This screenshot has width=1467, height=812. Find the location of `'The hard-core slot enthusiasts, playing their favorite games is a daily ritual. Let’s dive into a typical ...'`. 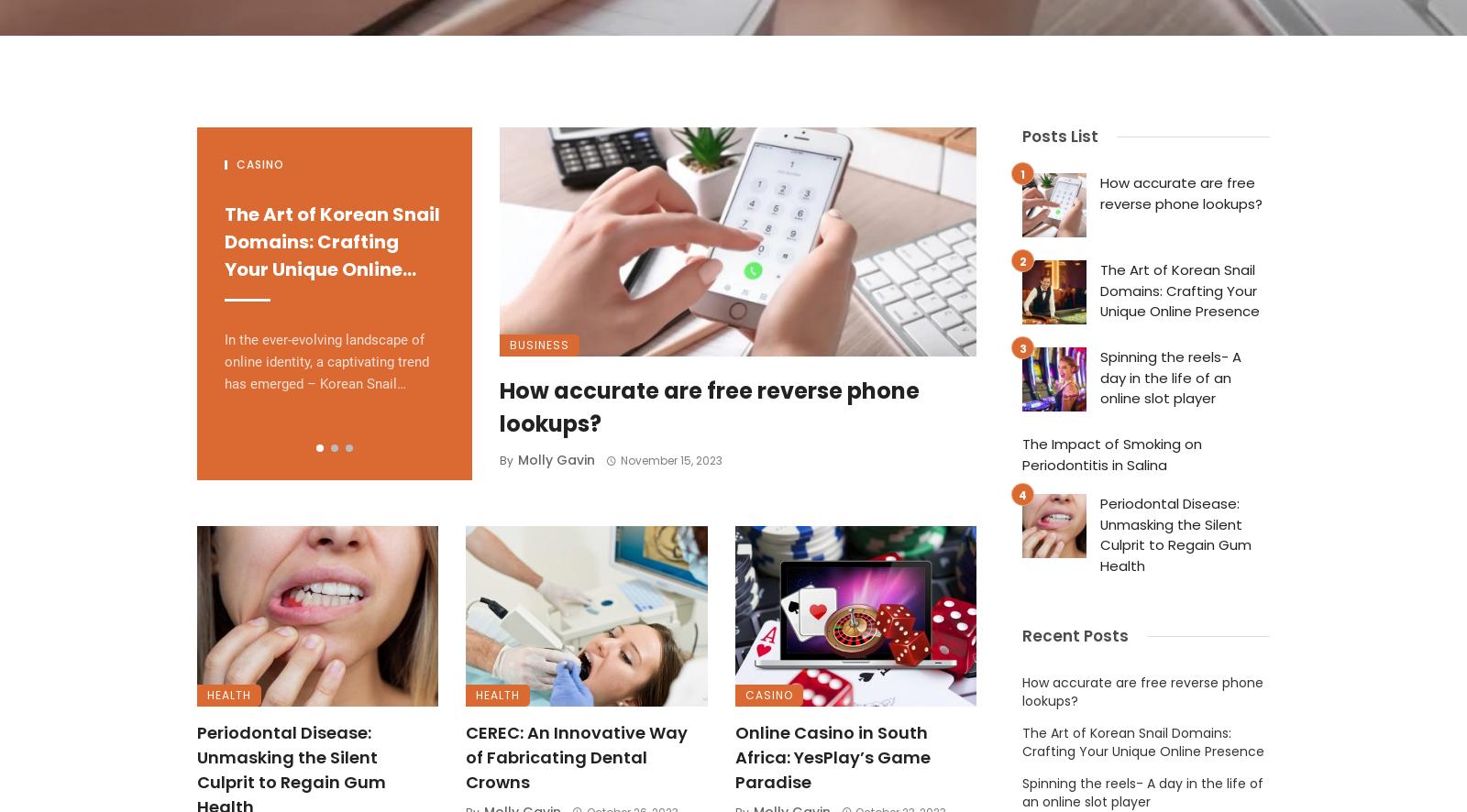

'The hard-core slot enthusiasts, playing their favorite games is a daily ritual. Let’s dive into a typical ...' is located at coordinates (498, 370).